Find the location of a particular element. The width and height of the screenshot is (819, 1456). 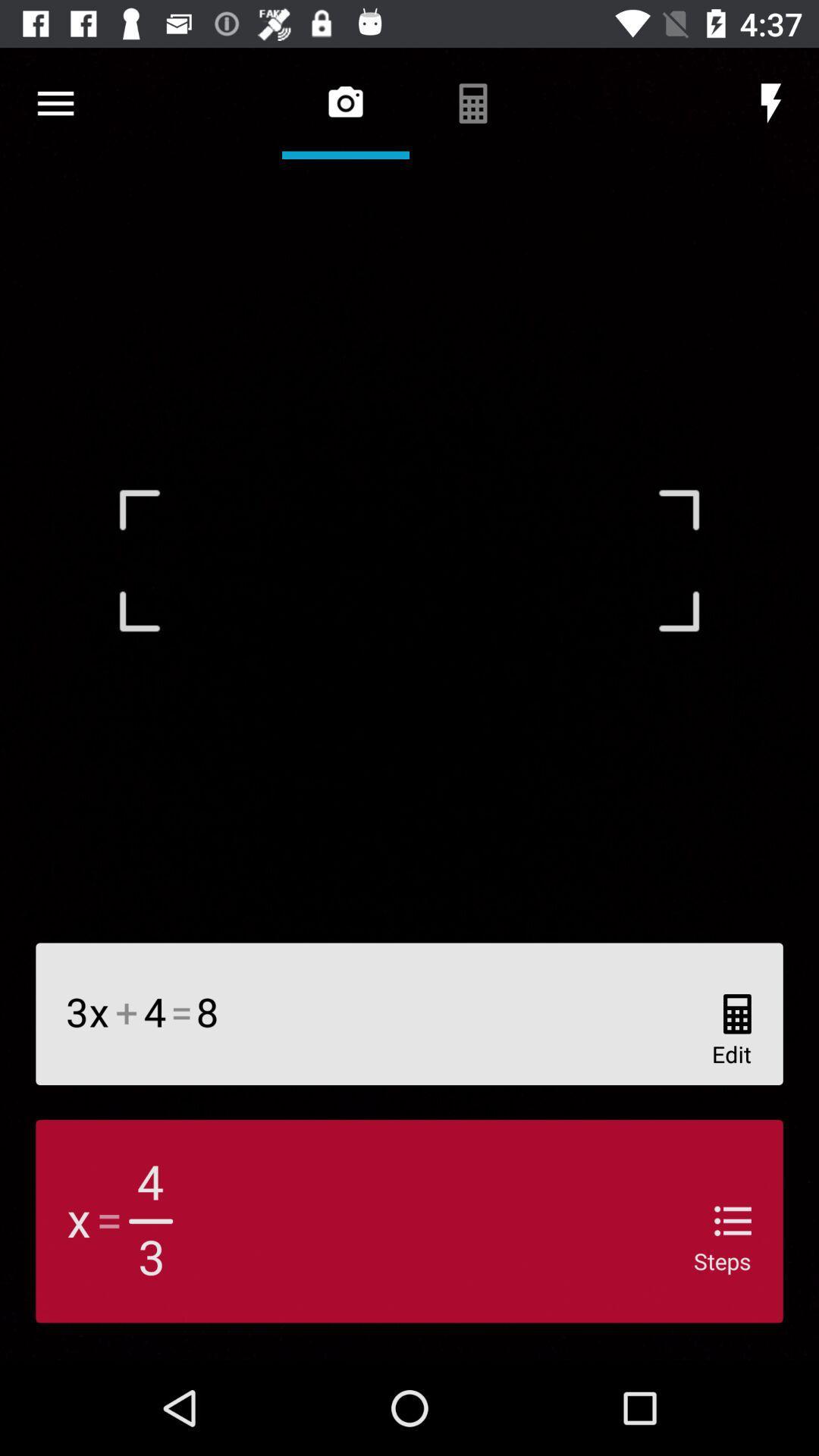

menu bar is located at coordinates (55, 102).